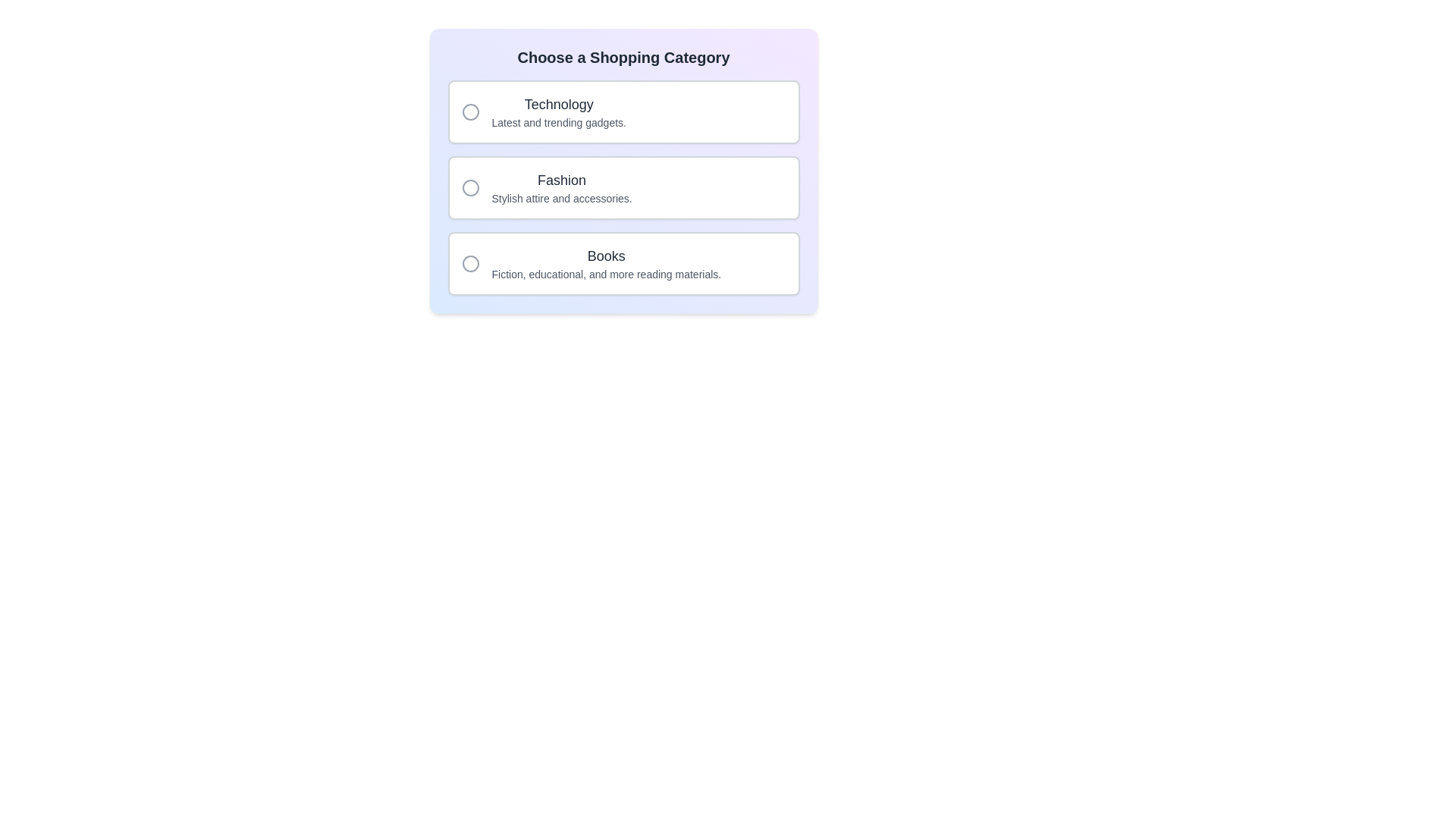 The image size is (1456, 819). What do you see at coordinates (561, 198) in the screenshot?
I see `the descriptive text element that provides information about the 'Fashion' category, which is the second line of text beneath the title 'Fashion'` at bounding box center [561, 198].